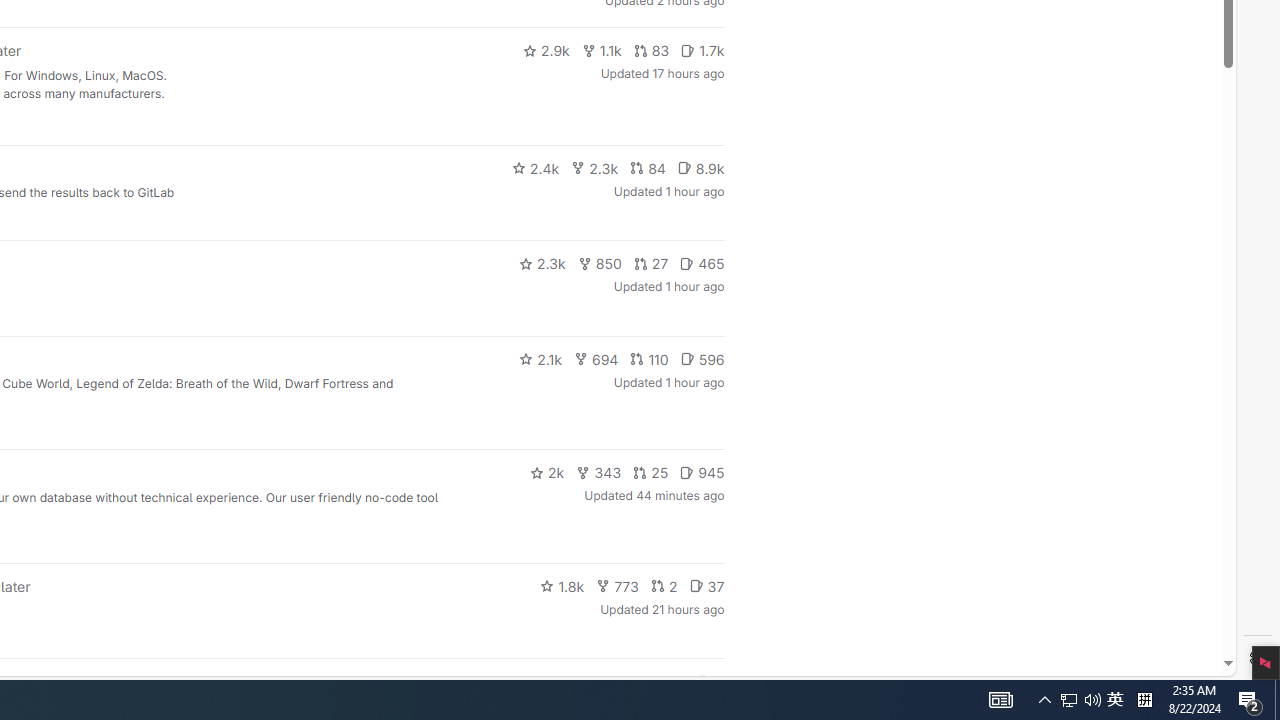 This screenshot has height=720, width=1280. Describe the element at coordinates (542, 262) in the screenshot. I see `'2.3k'` at that location.